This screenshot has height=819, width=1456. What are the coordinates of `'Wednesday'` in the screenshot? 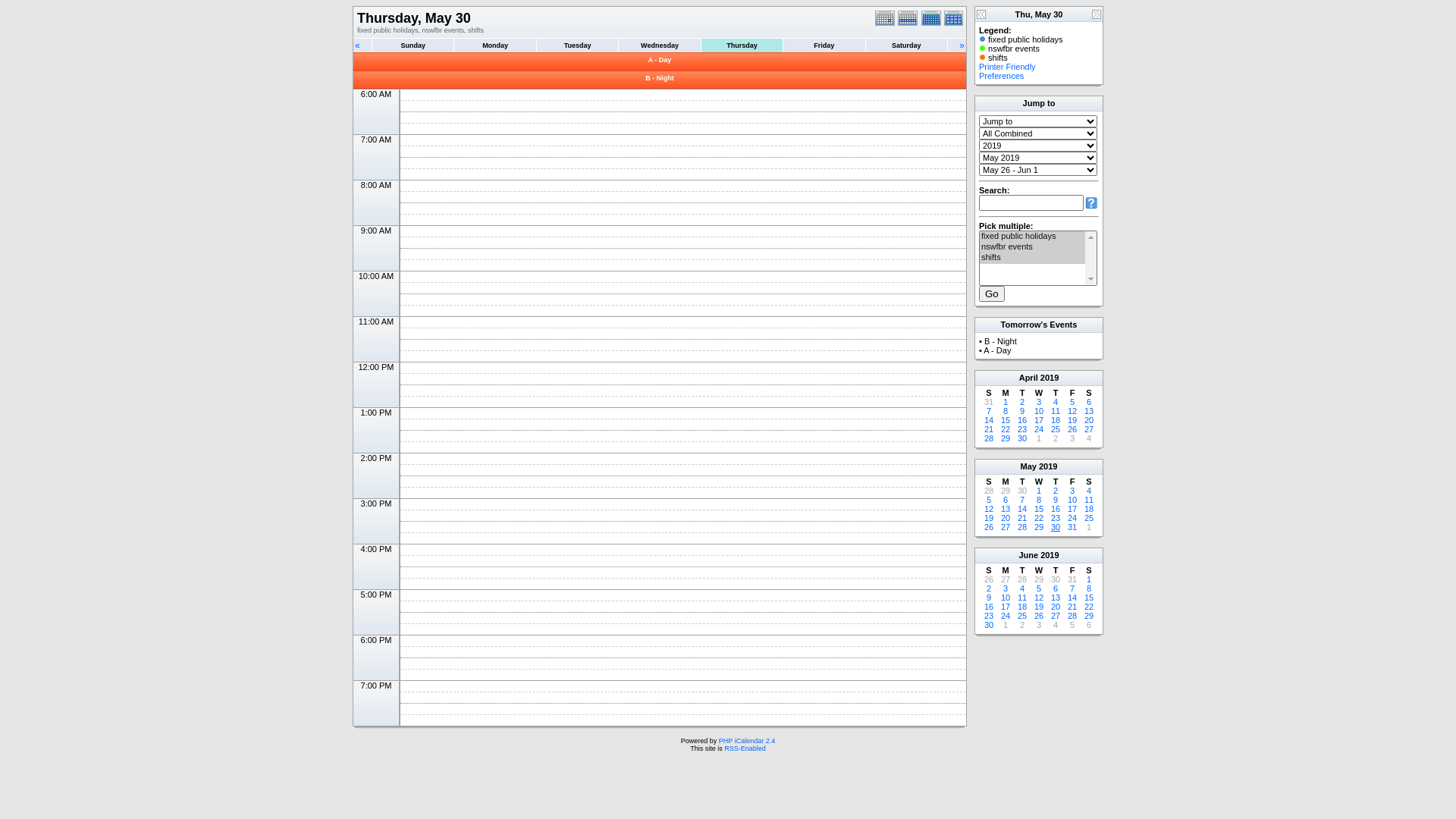 It's located at (659, 45).